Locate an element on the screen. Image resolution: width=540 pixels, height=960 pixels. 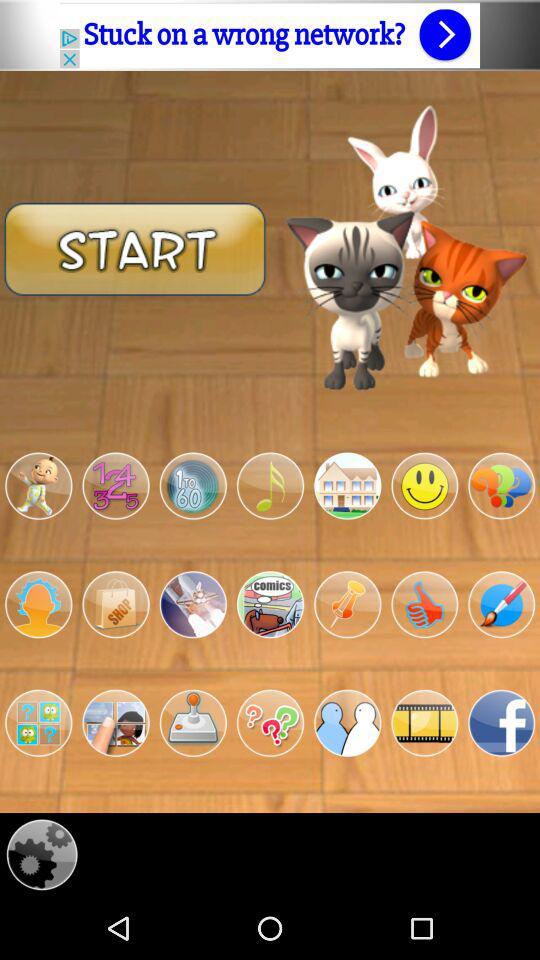
the favorite icon is located at coordinates (270, 773).